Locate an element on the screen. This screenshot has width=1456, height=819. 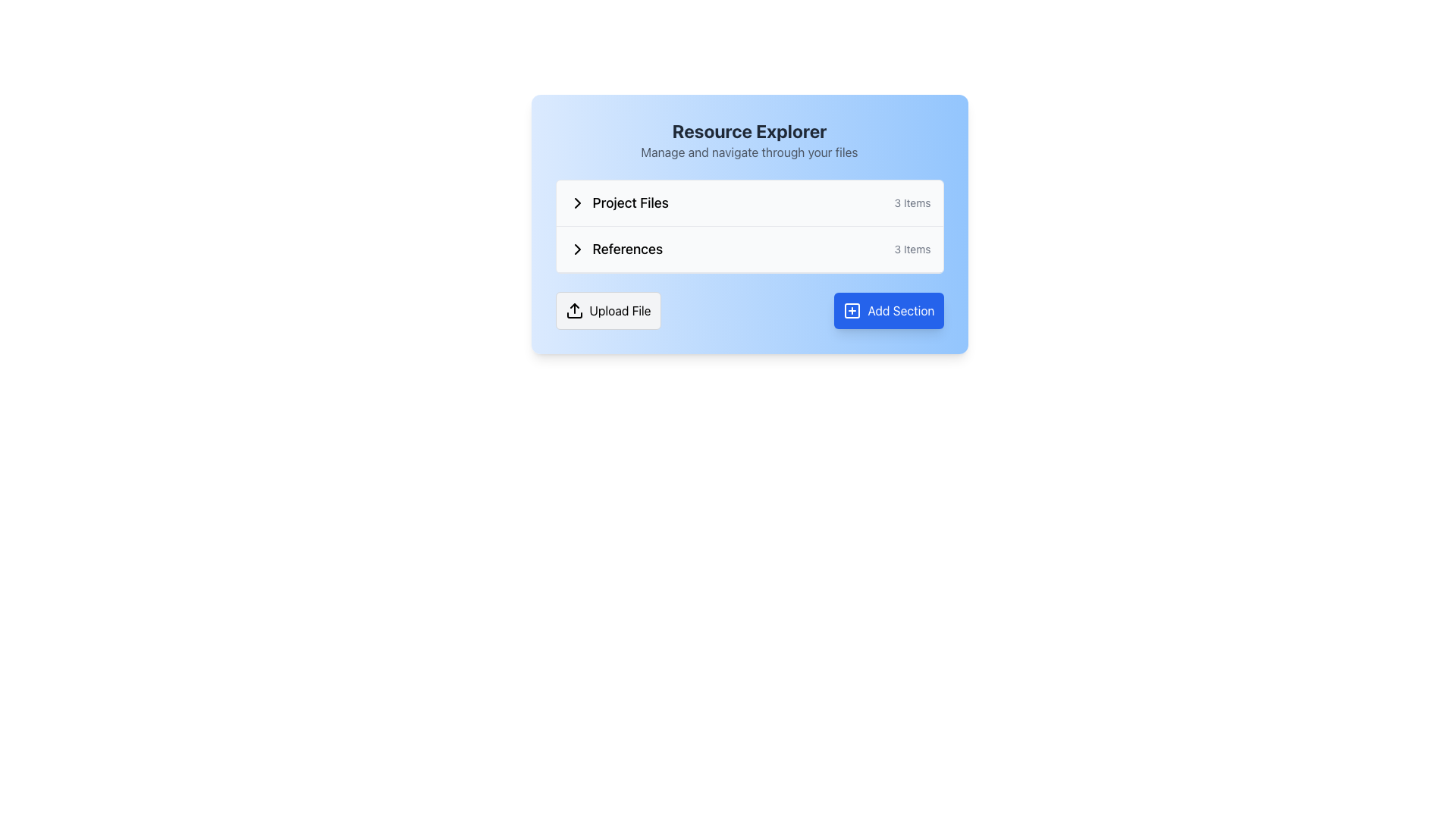
the bottom part of the upload icon located inside the blue card at the bottom left of the layout, near the 'Upload File' label is located at coordinates (573, 315).